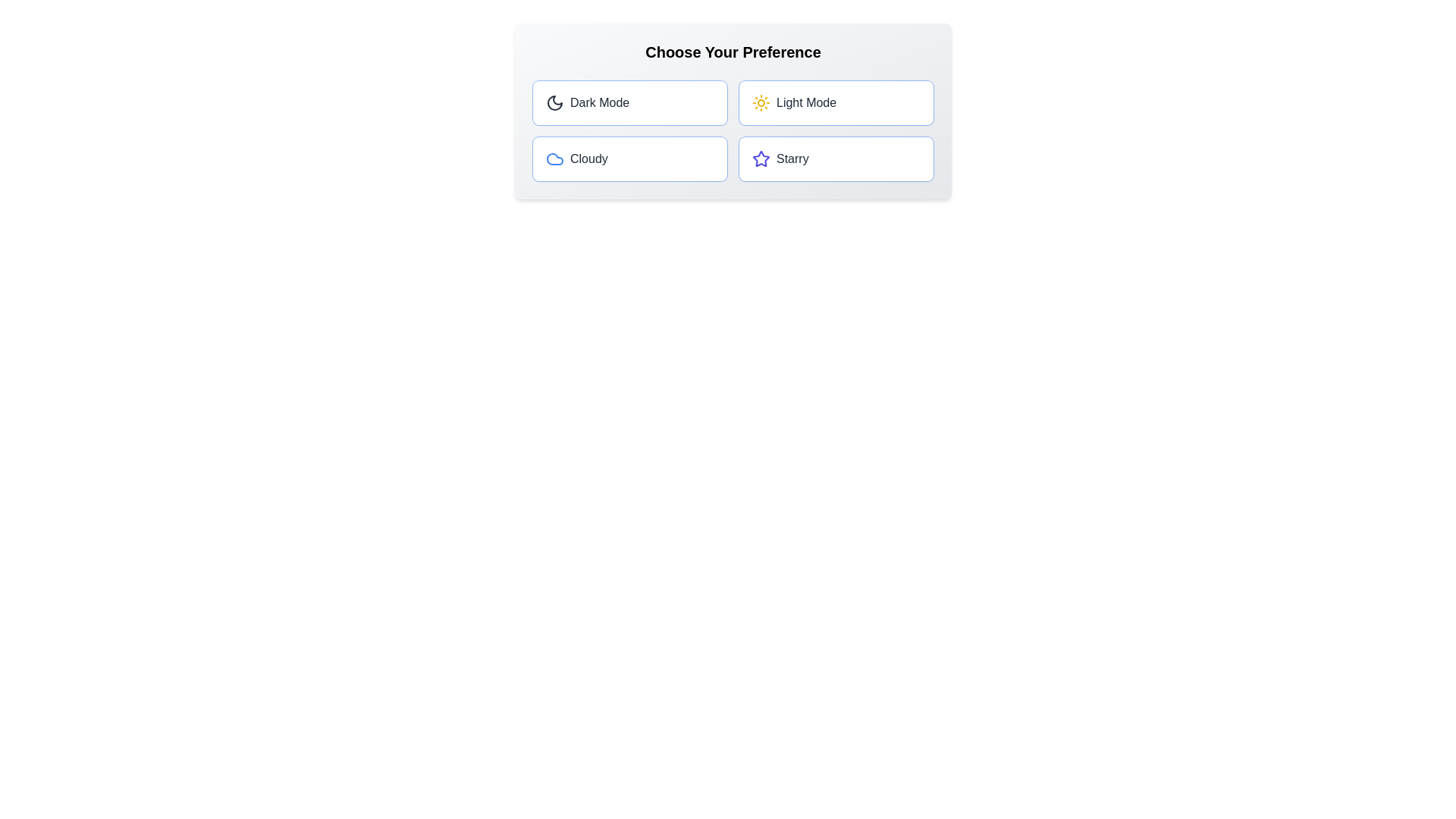 The image size is (1456, 819). Describe the element at coordinates (761, 102) in the screenshot. I see `the sun-shaped icon with a yellow hue located in the 'Light Mode' section` at that location.